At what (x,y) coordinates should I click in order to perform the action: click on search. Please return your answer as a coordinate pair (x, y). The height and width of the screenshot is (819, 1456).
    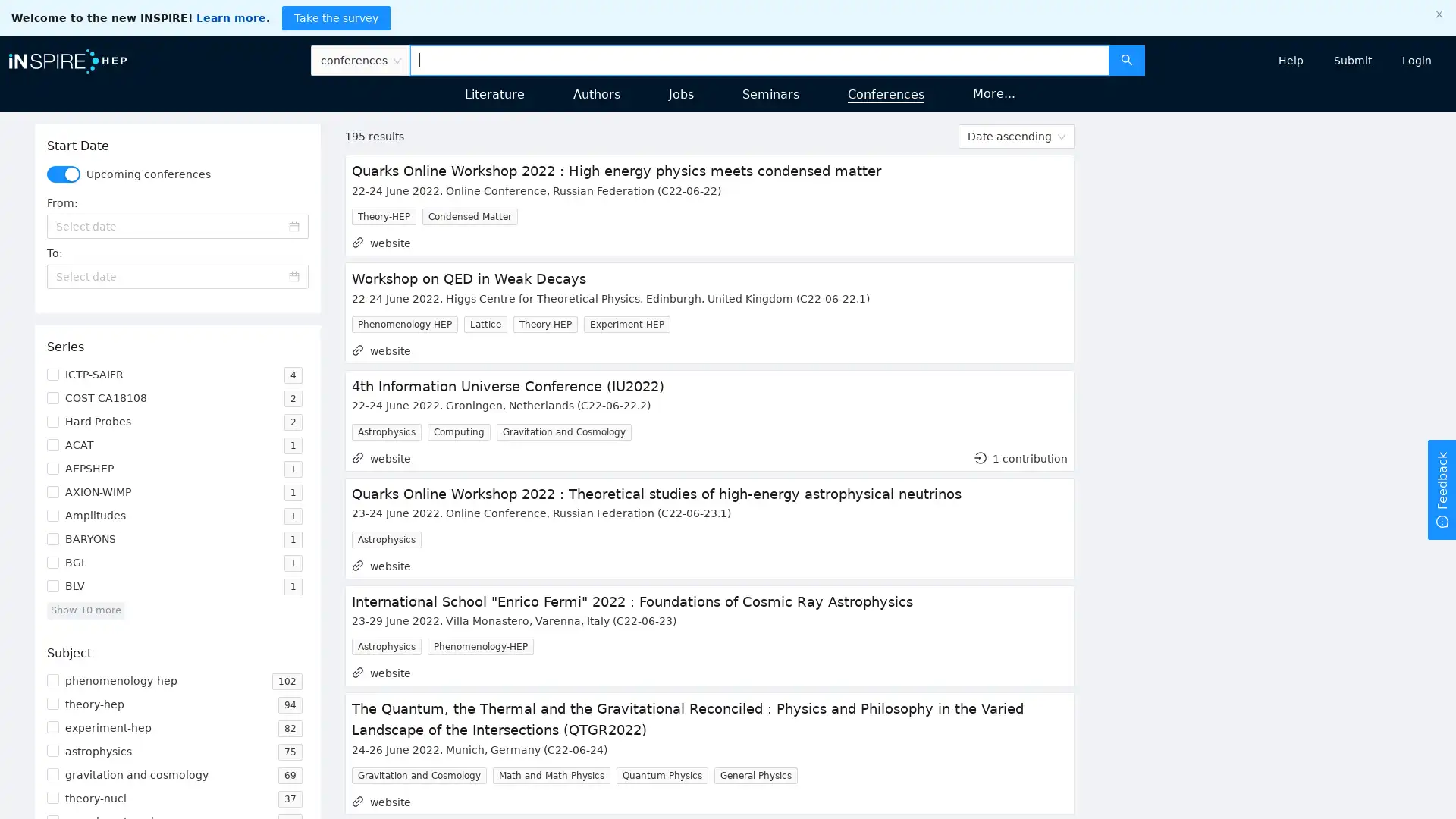
    Looking at the image, I should click on (1125, 58).